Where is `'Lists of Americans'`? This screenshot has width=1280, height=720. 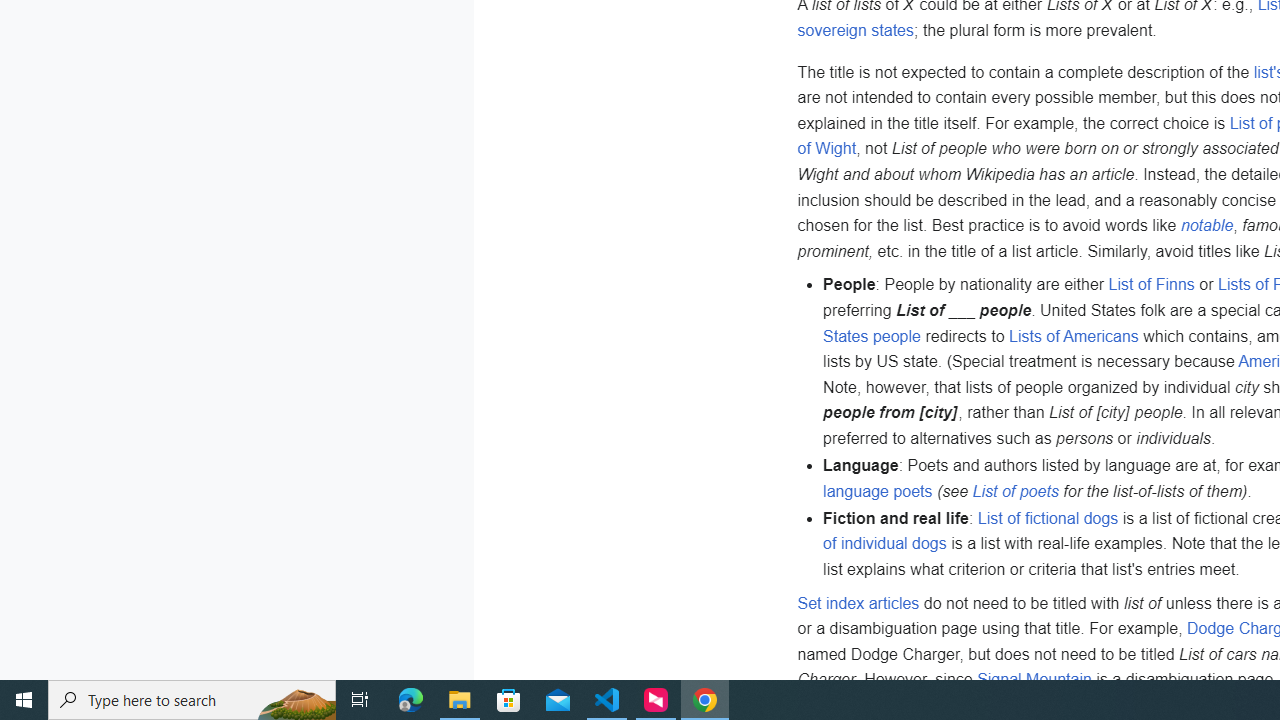 'Lists of Americans' is located at coordinates (1072, 334).